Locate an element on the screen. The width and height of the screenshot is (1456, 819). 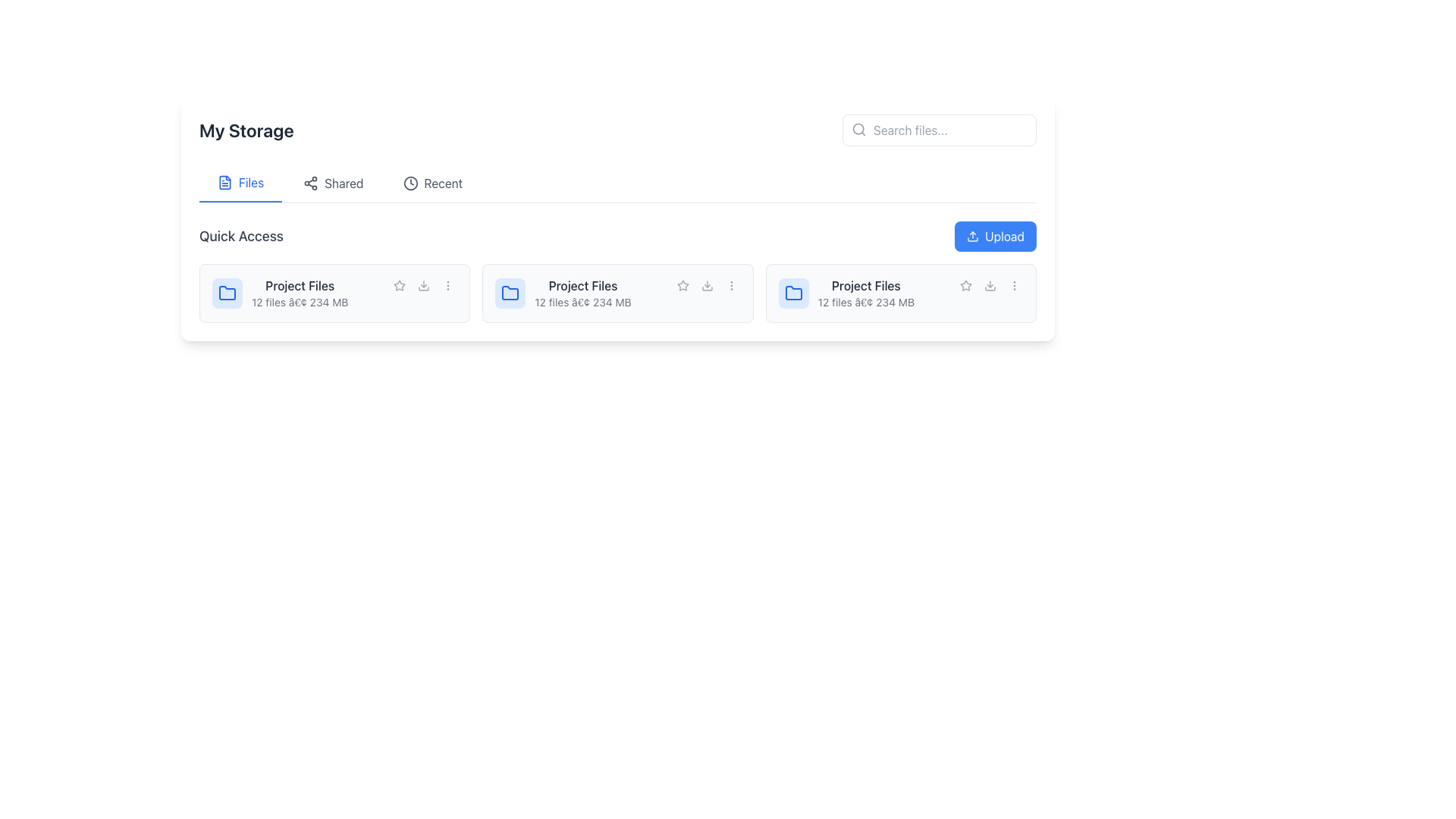
the folder icon located within a light blue rounded rectangle background in the second box of the Quick Access grid is located at coordinates (792, 293).